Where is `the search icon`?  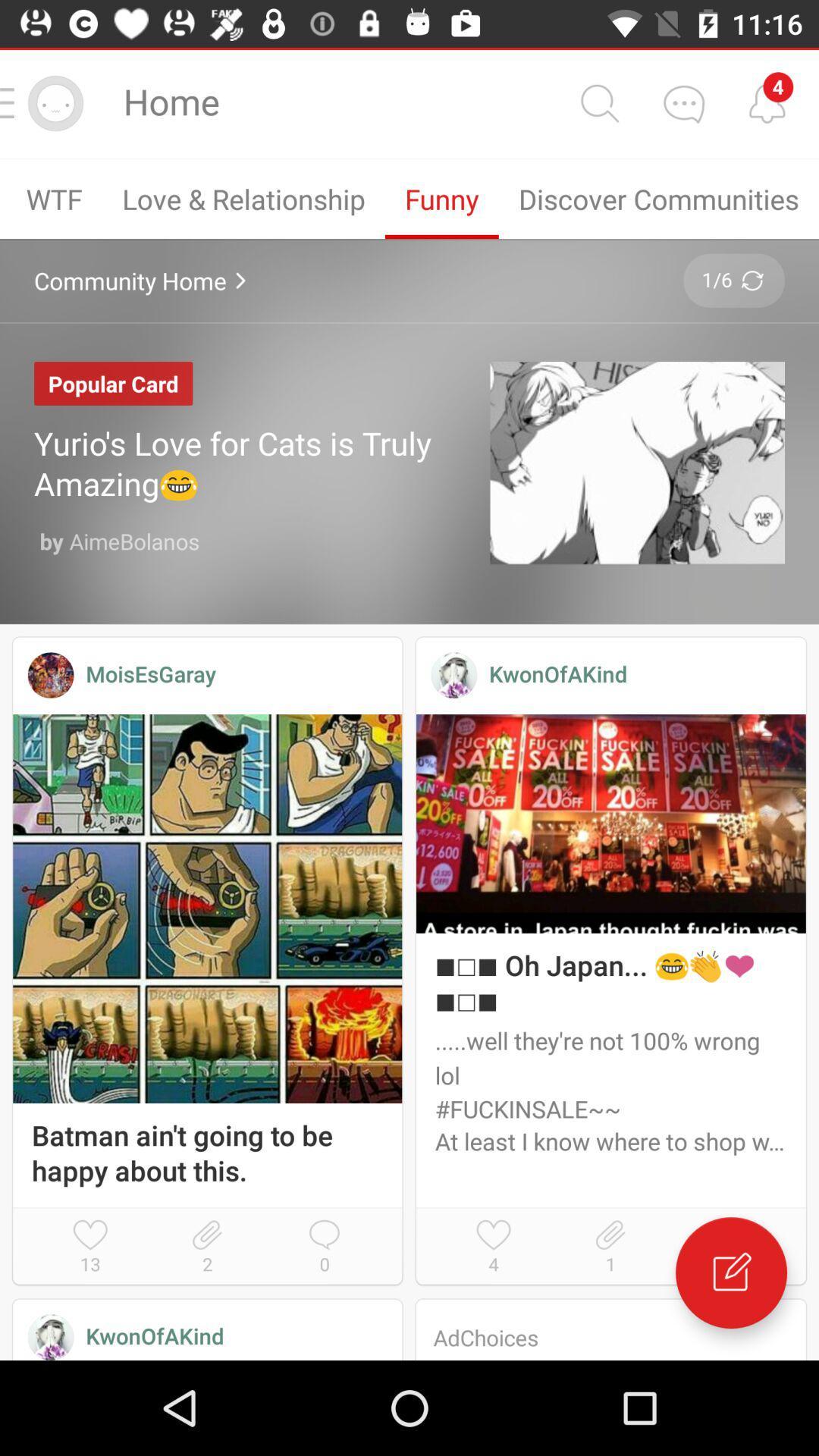 the search icon is located at coordinates (598, 102).